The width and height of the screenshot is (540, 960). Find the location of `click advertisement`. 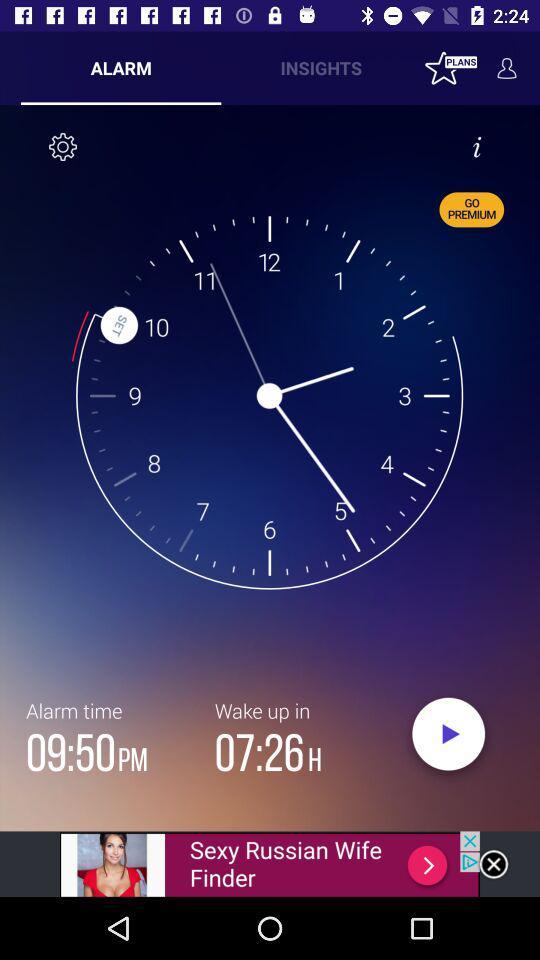

click advertisement is located at coordinates (270, 863).